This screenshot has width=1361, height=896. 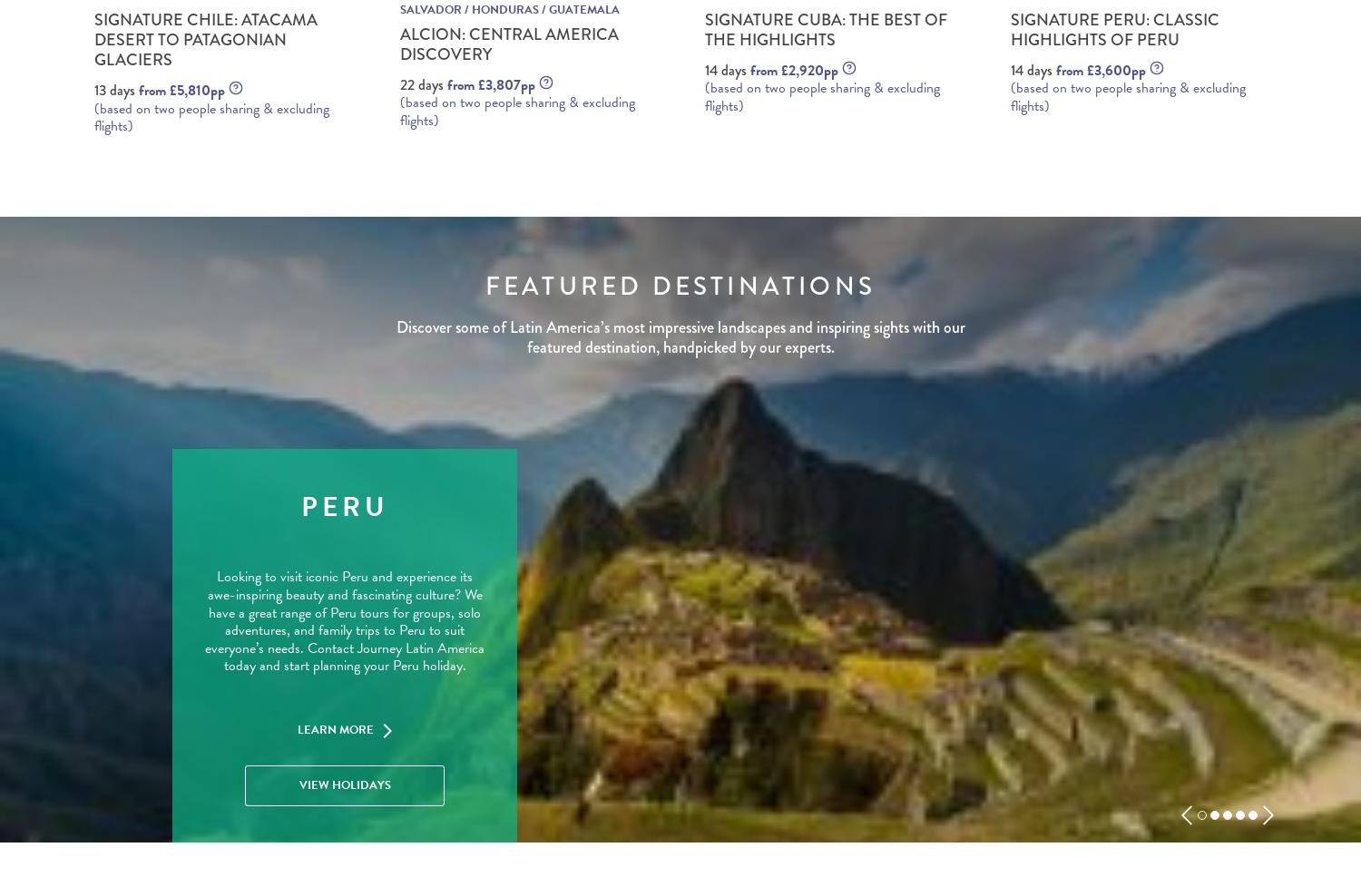 What do you see at coordinates (679, 286) in the screenshot?
I see `'Featured Destinations'` at bounding box center [679, 286].